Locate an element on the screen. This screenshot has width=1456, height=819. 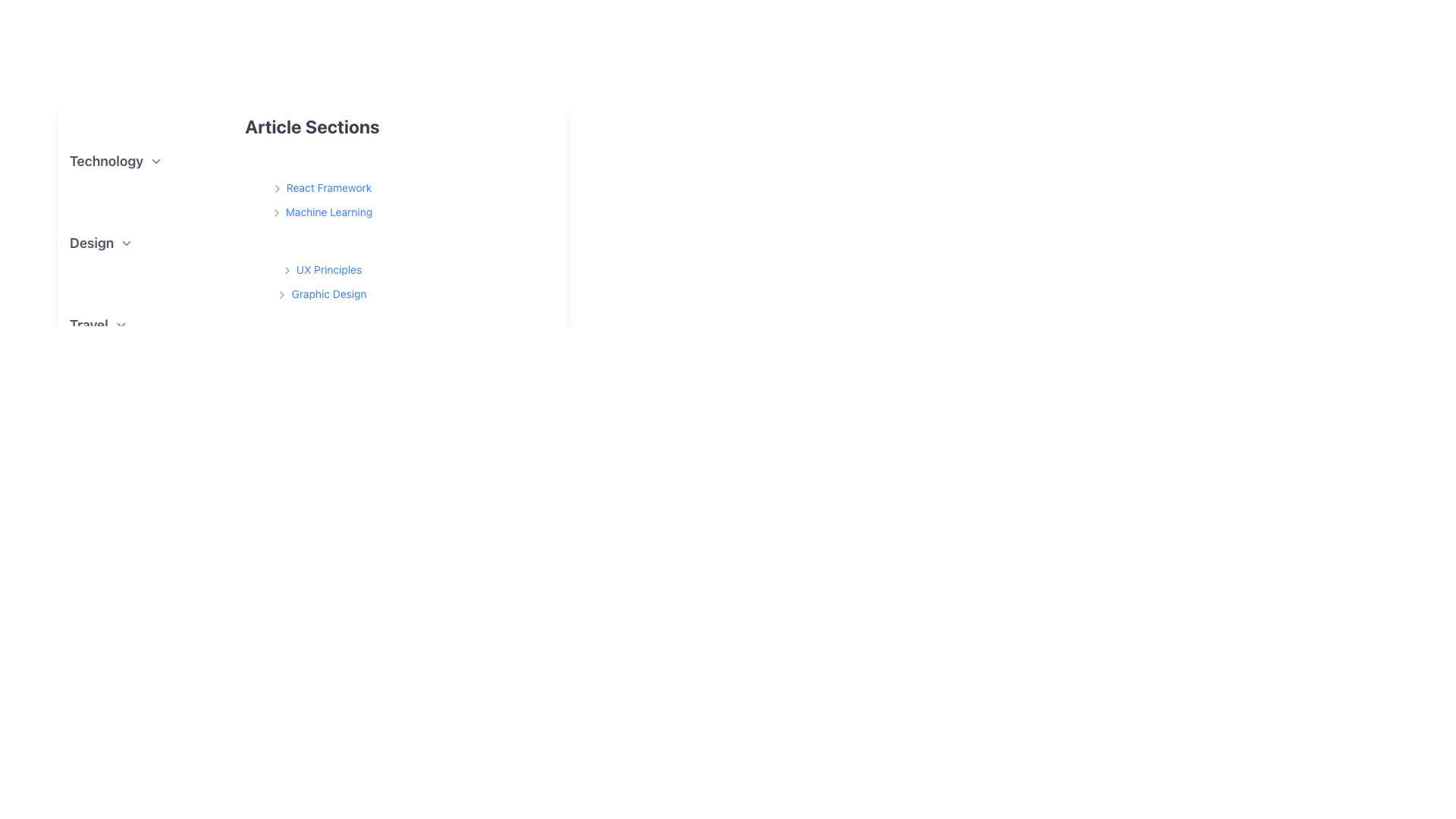
the 'Machine Learning' hyperlink, which is styled in blue with an underline and has a right-facing arrow icon to its left is located at coordinates (320, 211).